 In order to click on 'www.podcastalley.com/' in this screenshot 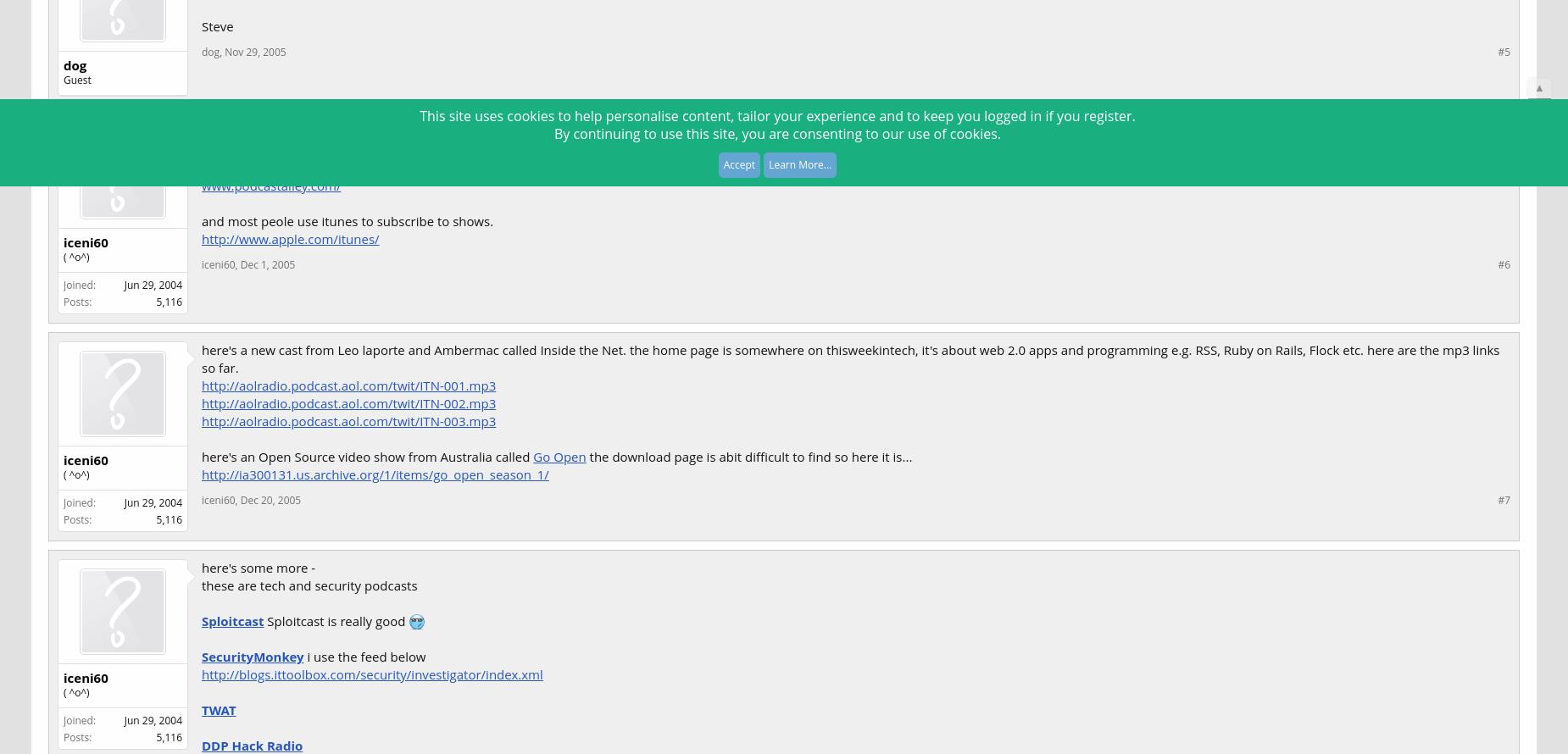, I will do `click(270, 184)`.